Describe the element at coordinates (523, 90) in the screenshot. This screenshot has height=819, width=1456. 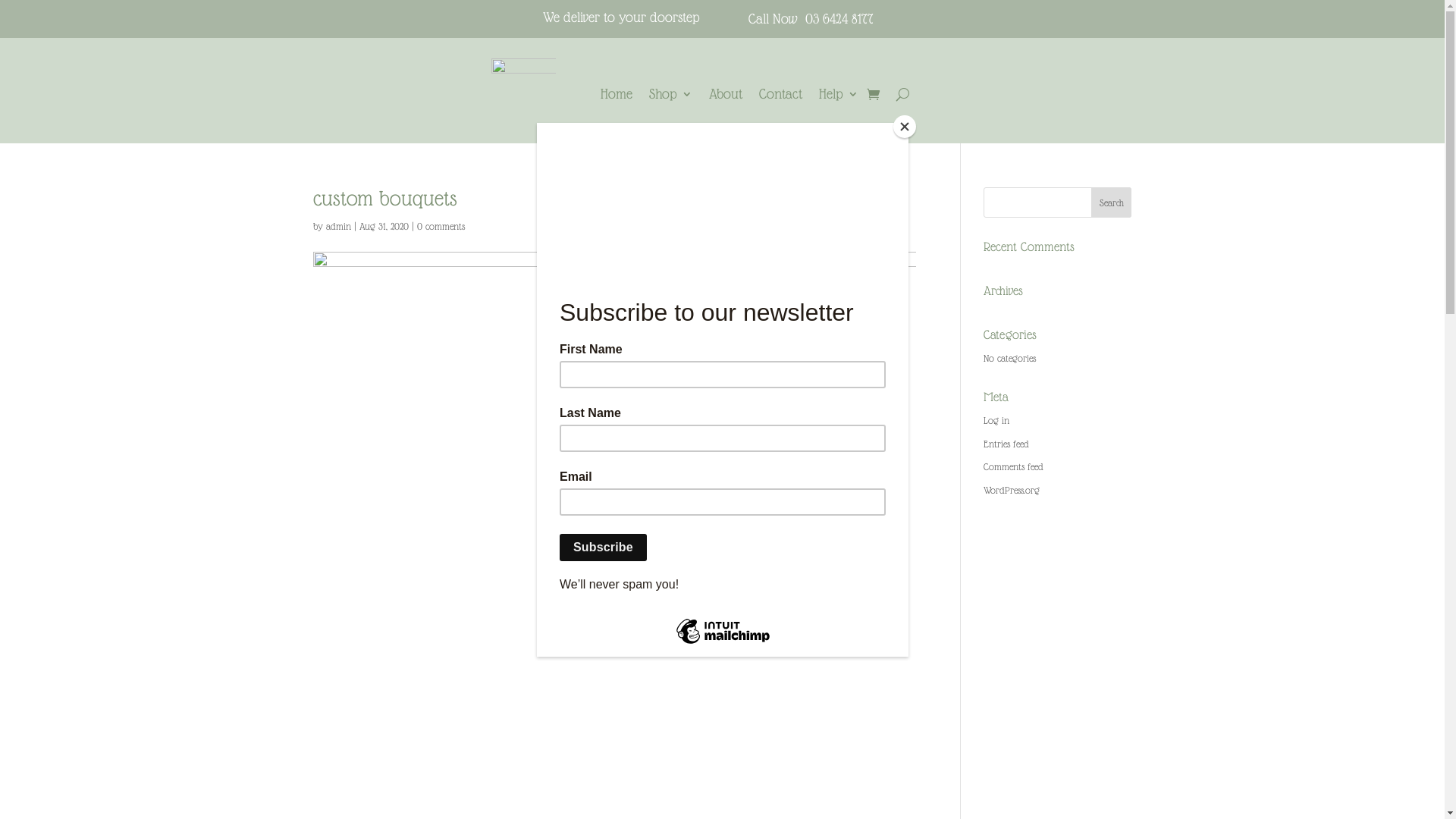
I see `'Circular Pattern w'` at that location.